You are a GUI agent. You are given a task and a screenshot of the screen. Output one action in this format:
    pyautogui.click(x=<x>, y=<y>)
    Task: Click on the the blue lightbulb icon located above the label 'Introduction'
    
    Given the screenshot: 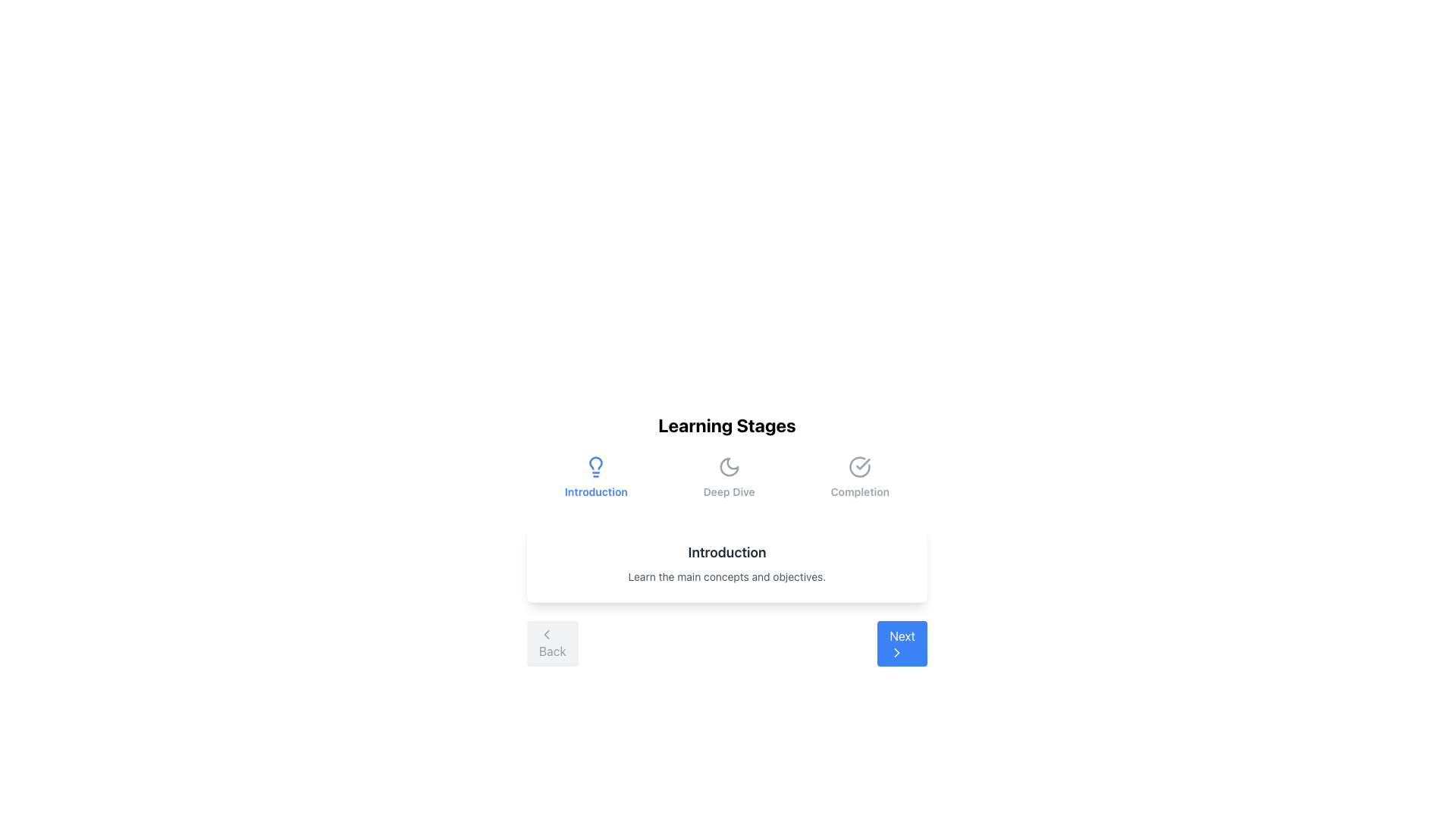 What is the action you would take?
    pyautogui.click(x=595, y=466)
    